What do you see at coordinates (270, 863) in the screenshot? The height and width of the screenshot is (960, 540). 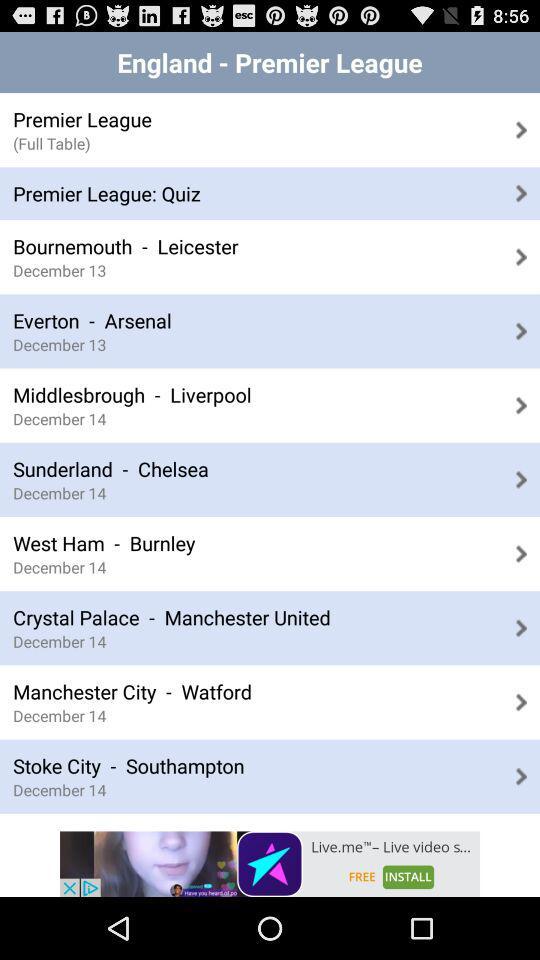 I see `live.me app page` at bounding box center [270, 863].